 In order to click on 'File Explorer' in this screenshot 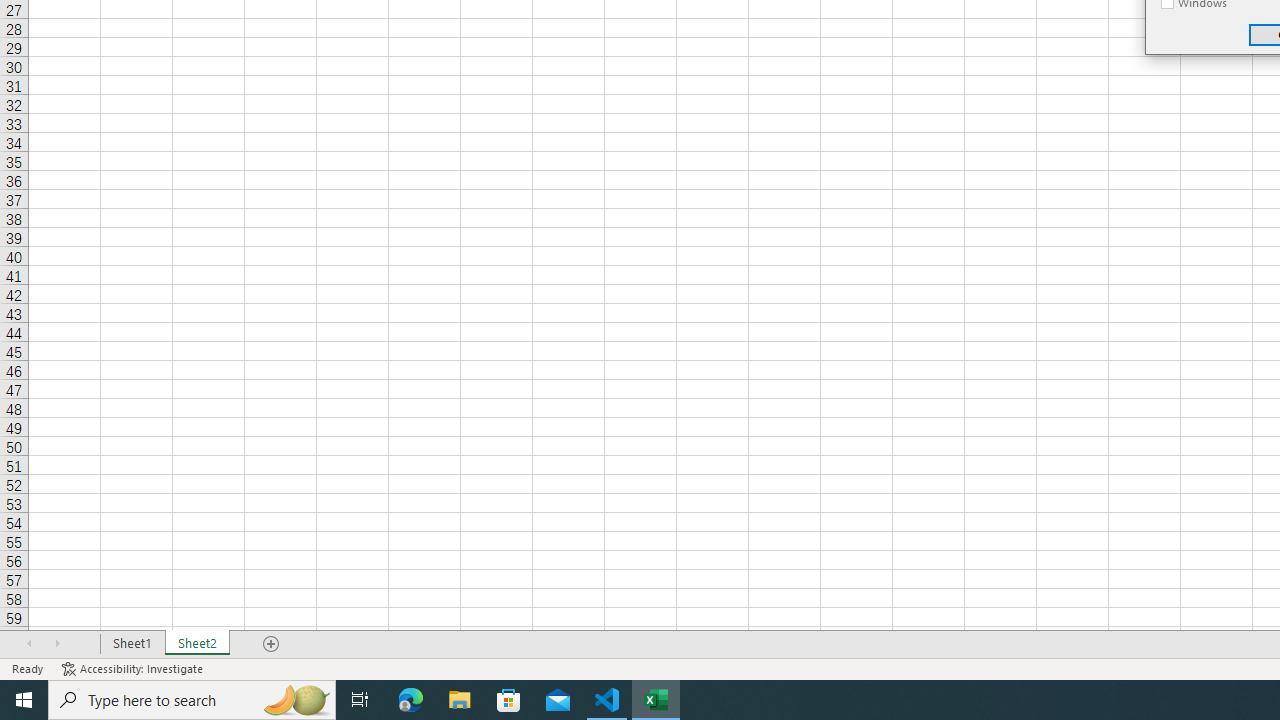, I will do `click(459, 698)`.